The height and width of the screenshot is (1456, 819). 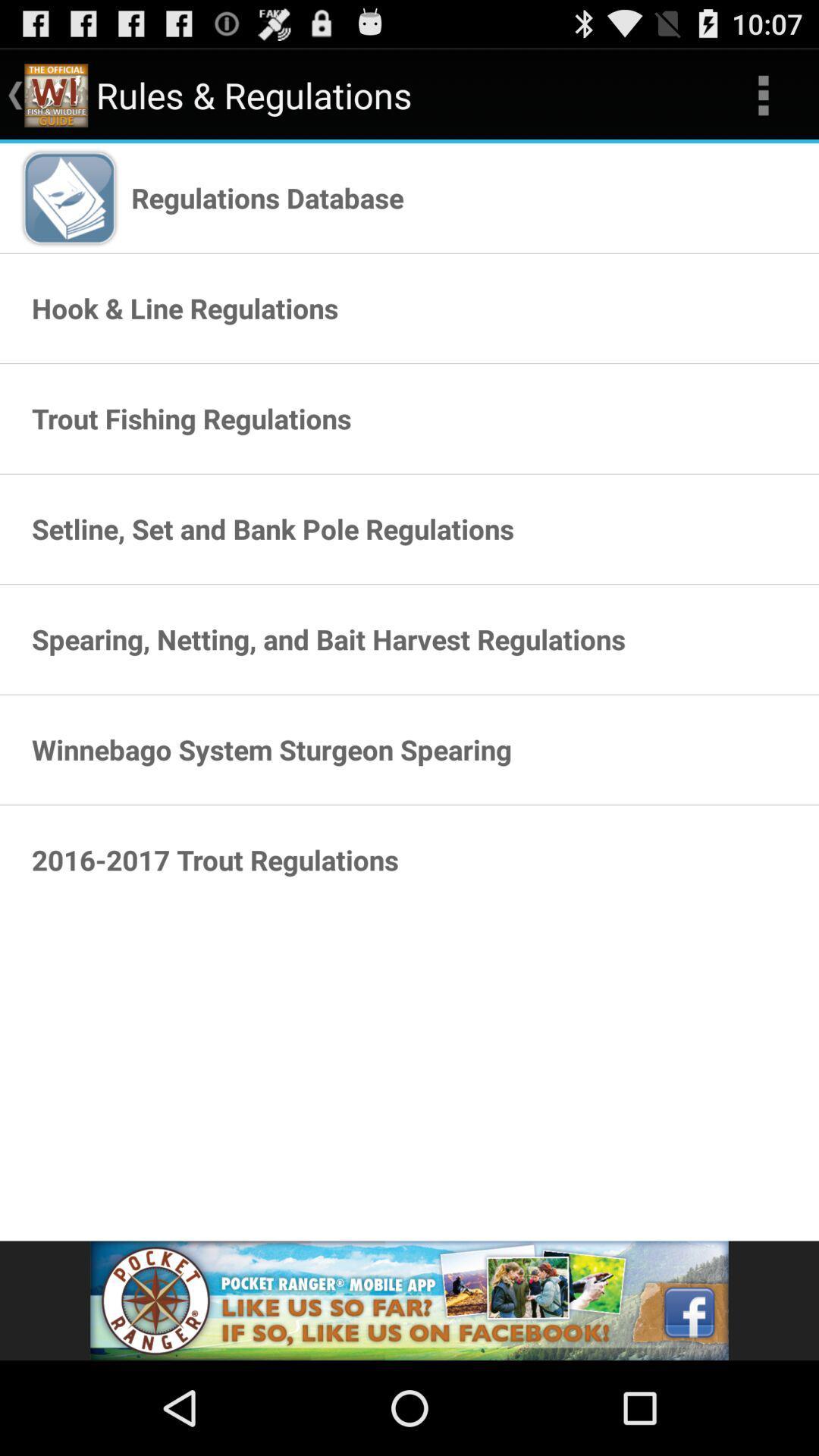 What do you see at coordinates (409, 1300) in the screenshot?
I see `advertisement pop up display` at bounding box center [409, 1300].